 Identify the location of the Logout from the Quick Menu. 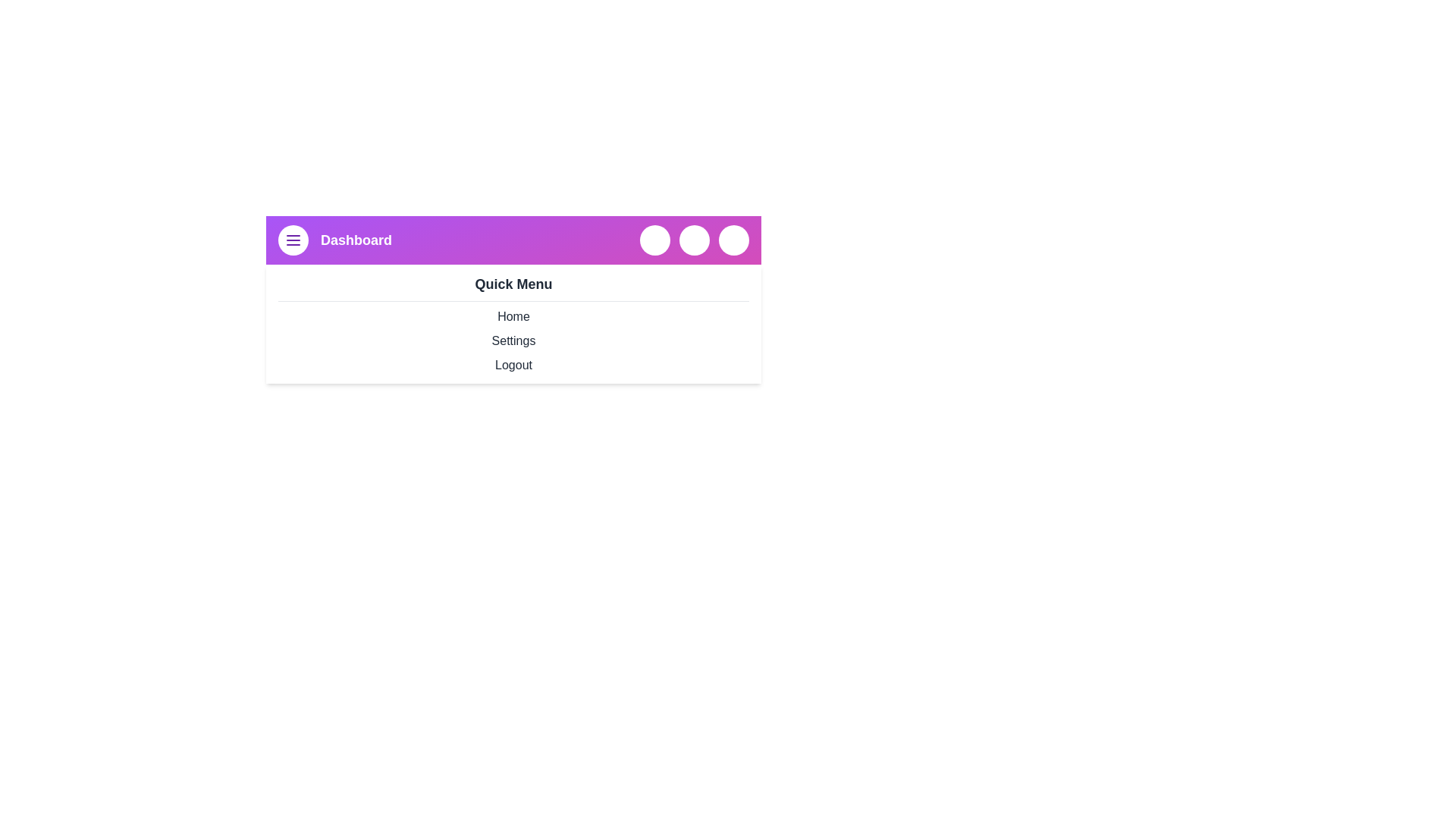
(513, 366).